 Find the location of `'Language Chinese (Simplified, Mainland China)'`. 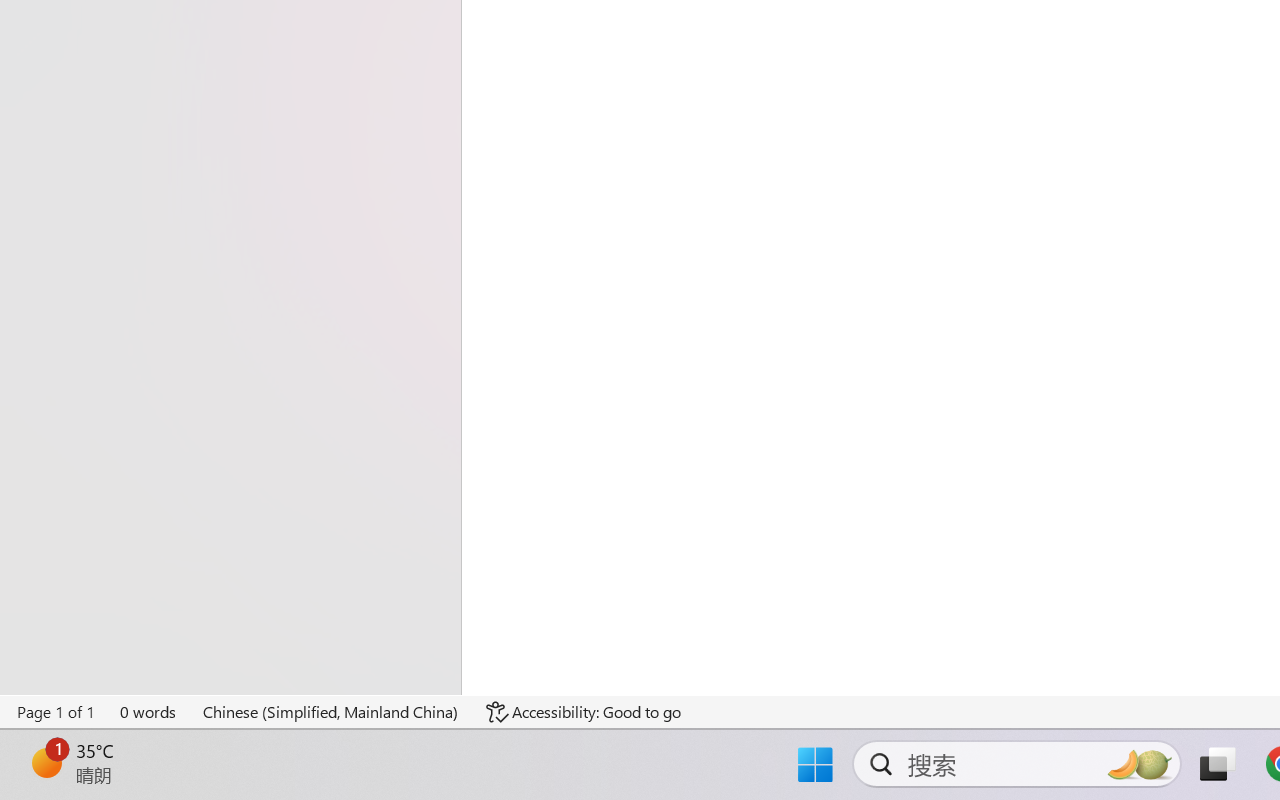

'Language Chinese (Simplified, Mainland China)' is located at coordinates (331, 711).